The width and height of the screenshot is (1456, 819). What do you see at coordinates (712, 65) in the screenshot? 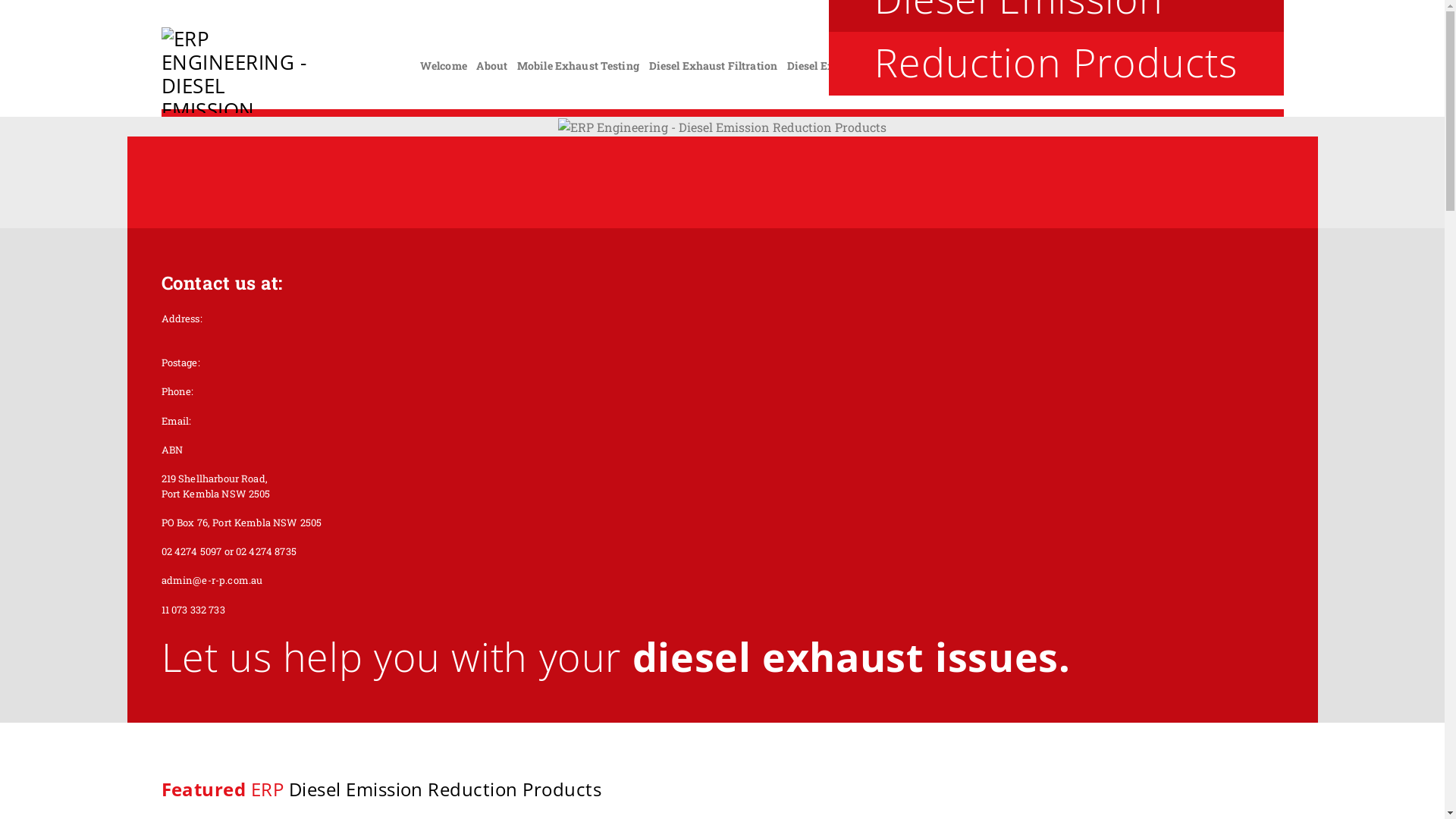
I see `'Diesel Exhaust Filtration'` at bounding box center [712, 65].